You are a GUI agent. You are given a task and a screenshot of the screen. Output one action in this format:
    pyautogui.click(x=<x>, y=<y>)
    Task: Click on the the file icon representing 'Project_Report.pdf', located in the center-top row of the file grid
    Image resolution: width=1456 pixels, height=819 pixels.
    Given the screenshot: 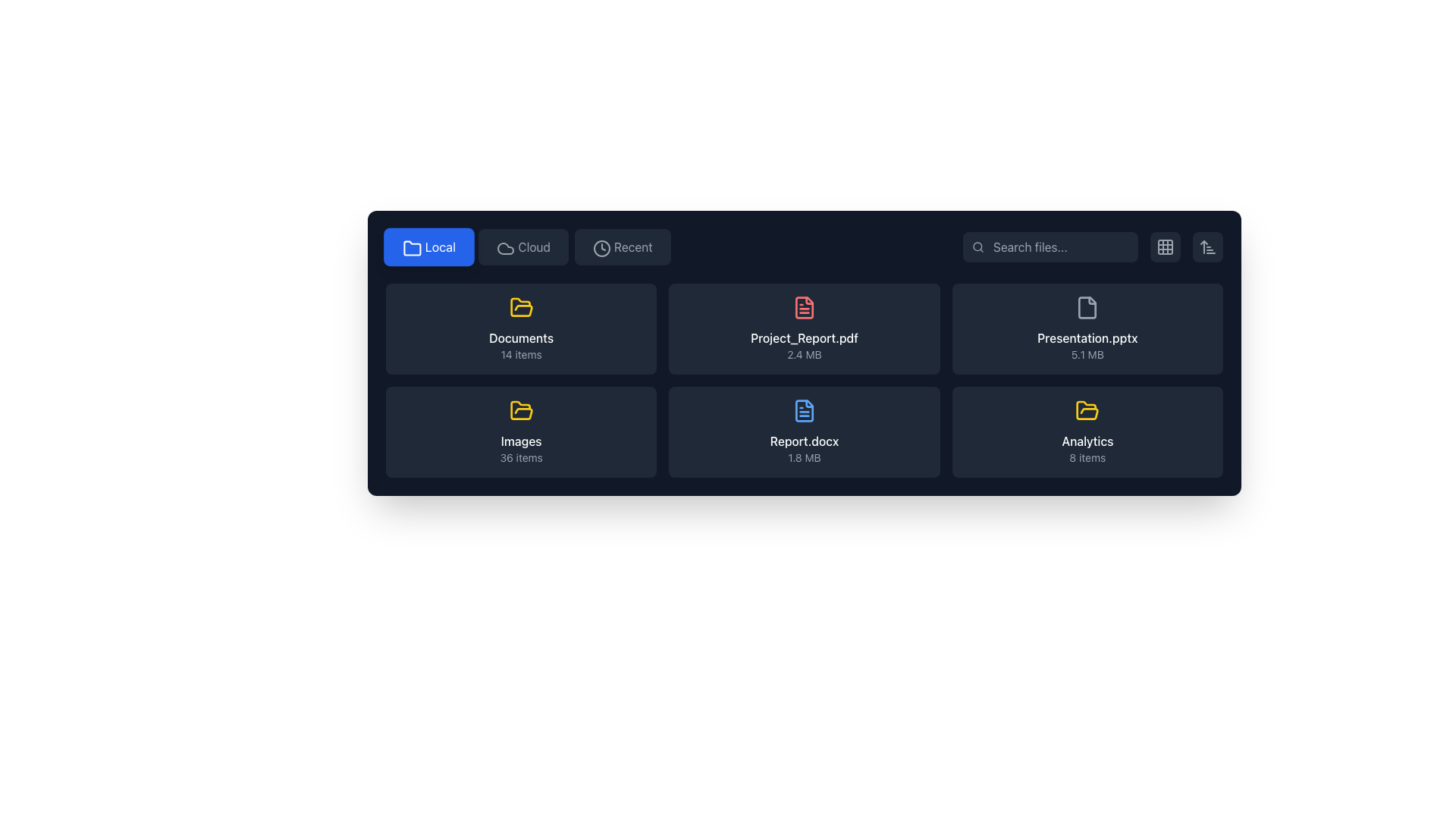 What is the action you would take?
    pyautogui.click(x=803, y=307)
    